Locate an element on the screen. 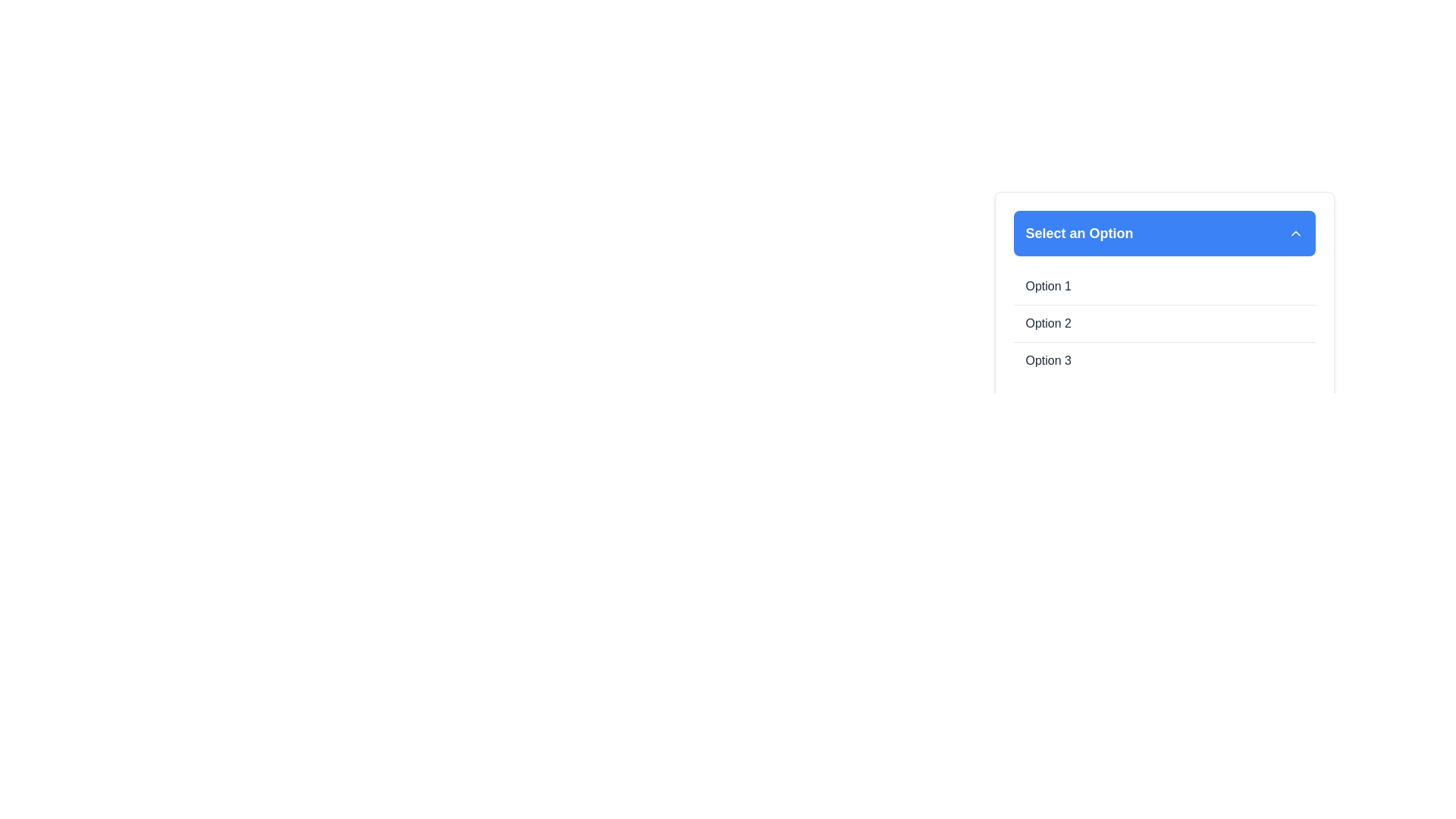 The image size is (1456, 819). the second selectable item 'Option 2' within the dropdown menu labeled 'Select an Option' is located at coordinates (1163, 322).